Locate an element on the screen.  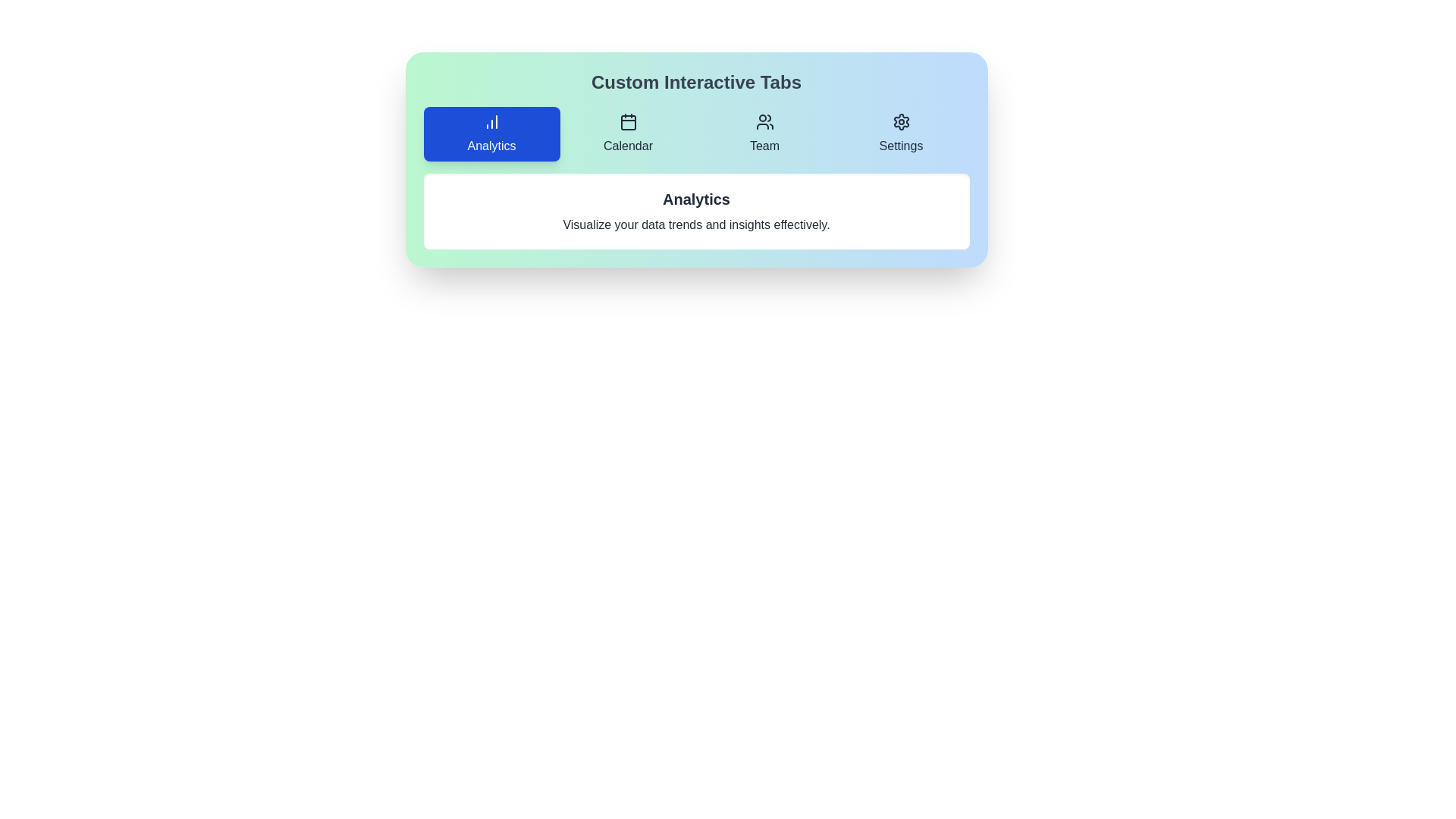
the 'Team' label located beneath the third icon in the top navigation bar, which provides context for the corresponding tab is located at coordinates (764, 146).